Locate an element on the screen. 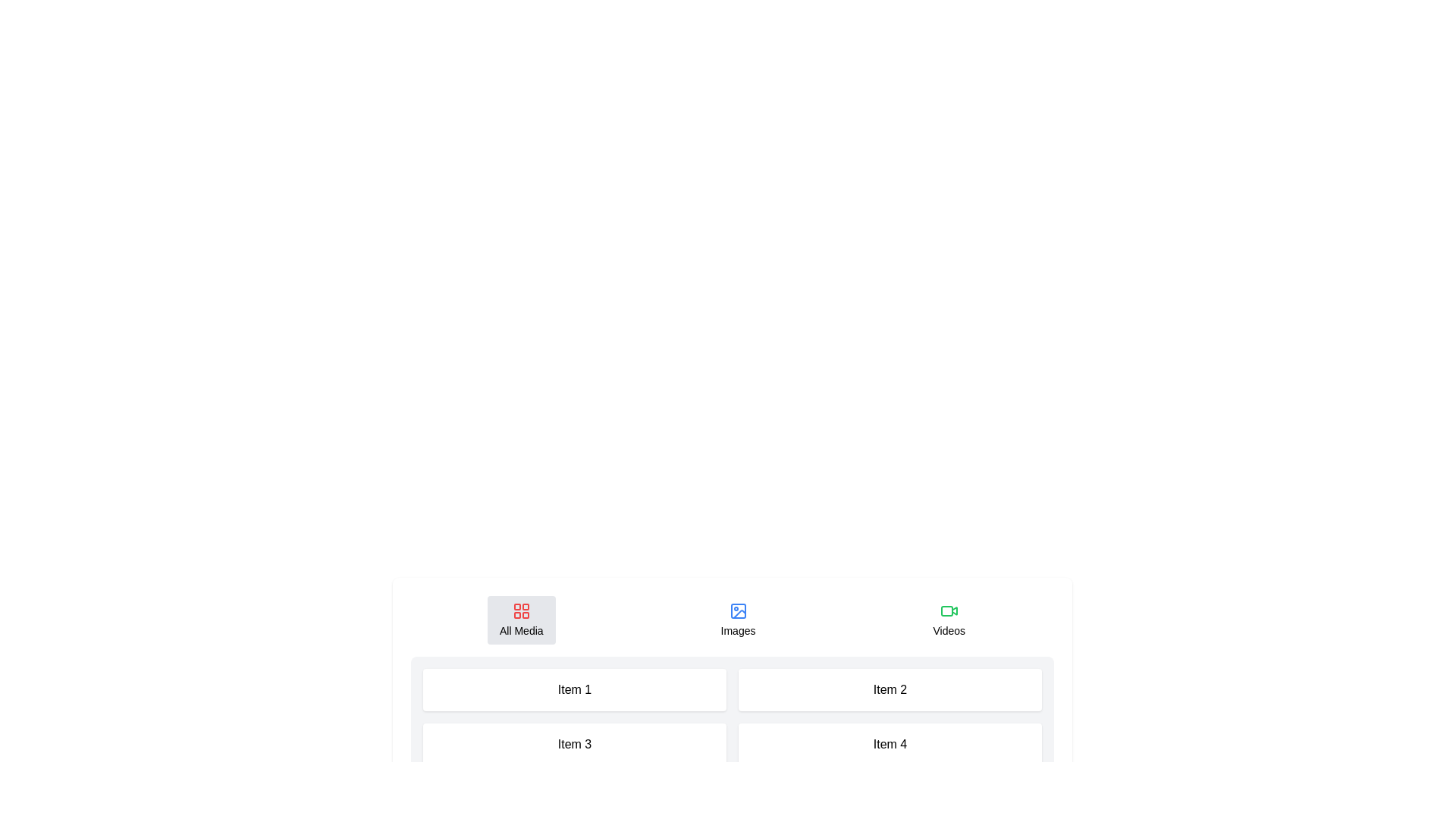 This screenshot has width=1456, height=819. the 'Videos' tab to switch to the videos view is located at coordinates (948, 620).